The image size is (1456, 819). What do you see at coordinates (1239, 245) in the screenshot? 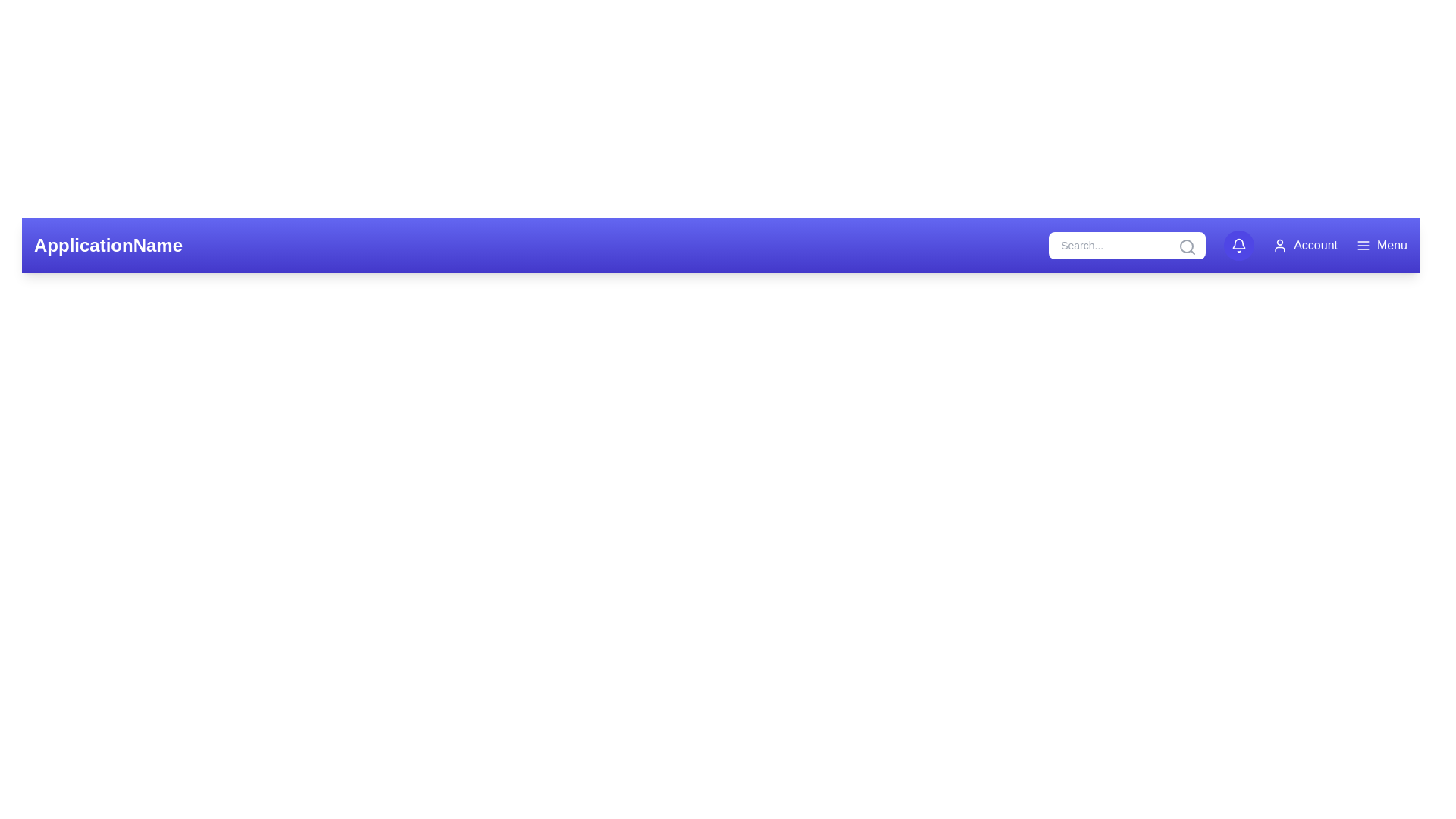
I see `the notification button` at bounding box center [1239, 245].